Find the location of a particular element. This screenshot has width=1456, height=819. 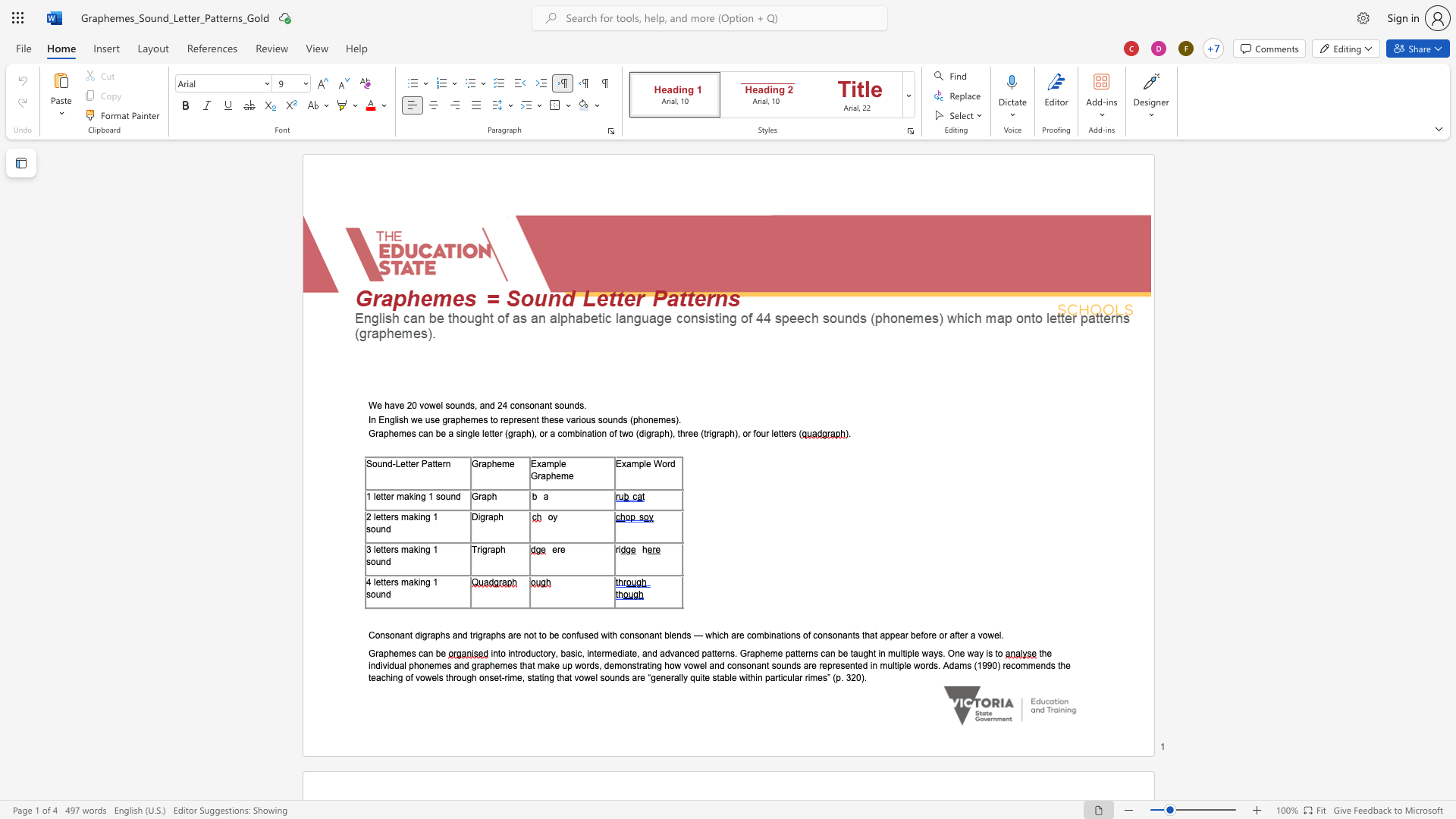

the space between the continuous character "l" and "i" in the text is located at coordinates (397, 419).